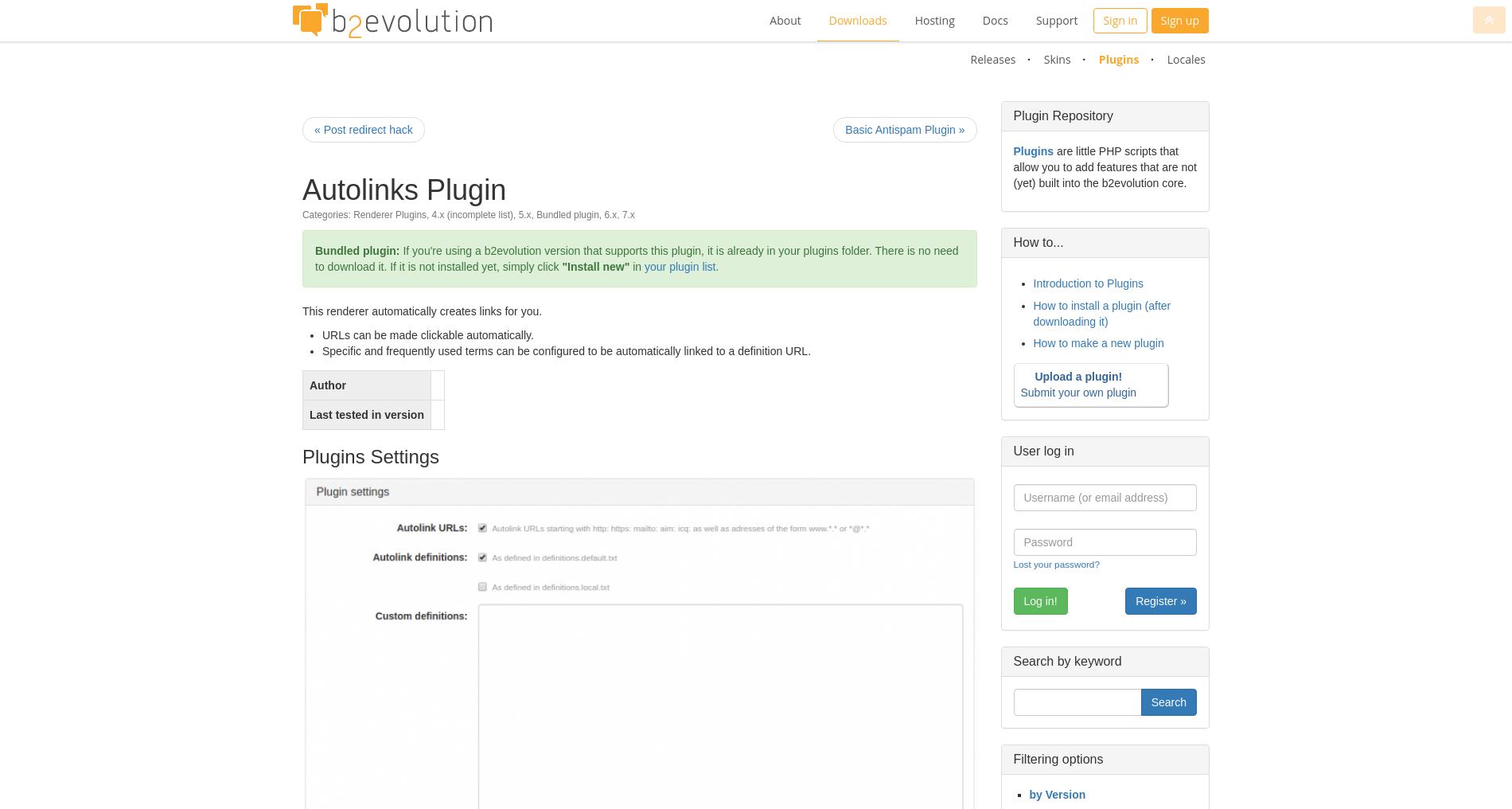 The width and height of the screenshot is (1512, 809). What do you see at coordinates (715, 265) in the screenshot?
I see `'.'` at bounding box center [715, 265].